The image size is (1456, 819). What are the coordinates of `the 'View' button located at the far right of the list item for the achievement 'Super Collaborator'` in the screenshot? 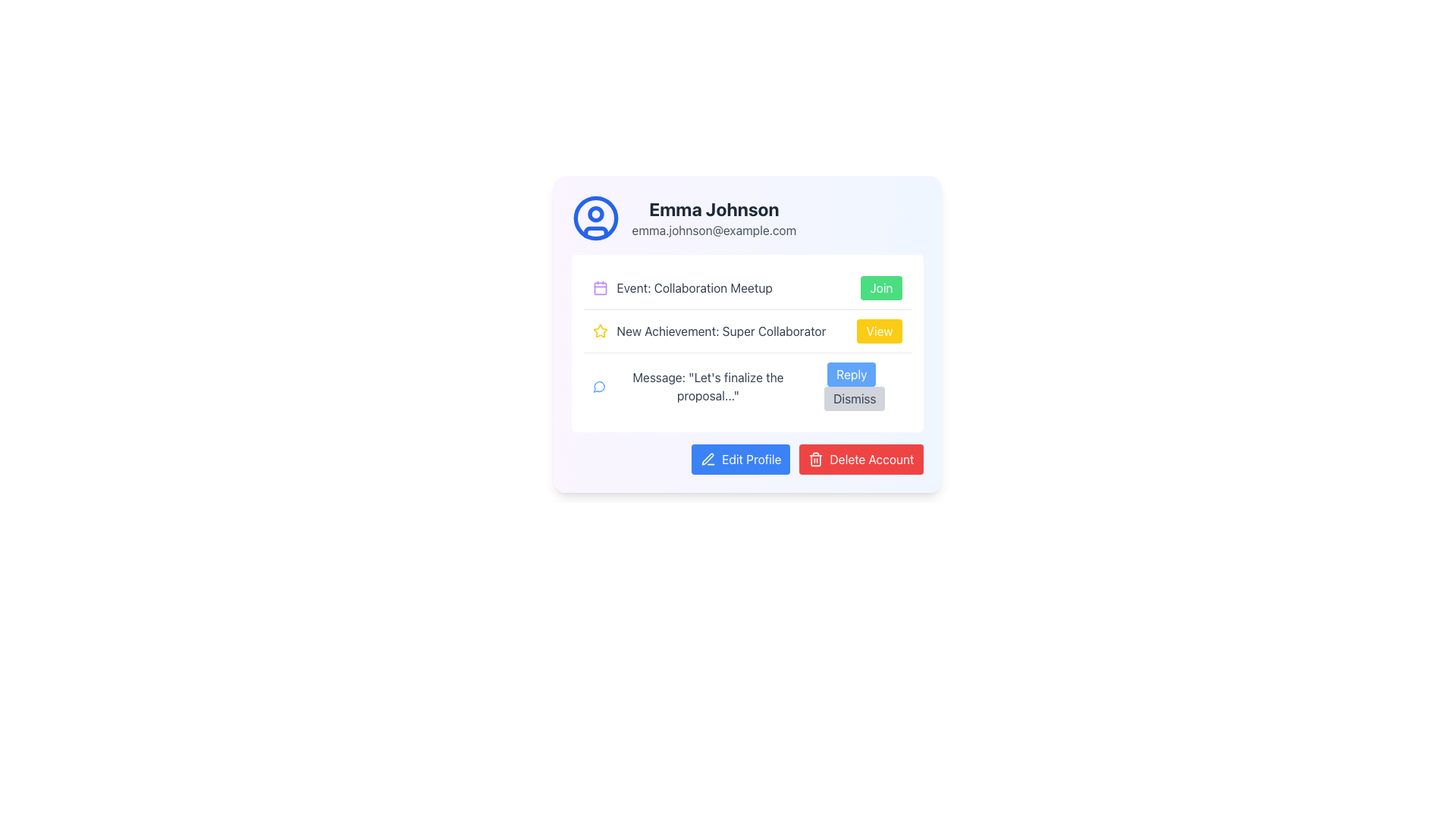 It's located at (880, 330).